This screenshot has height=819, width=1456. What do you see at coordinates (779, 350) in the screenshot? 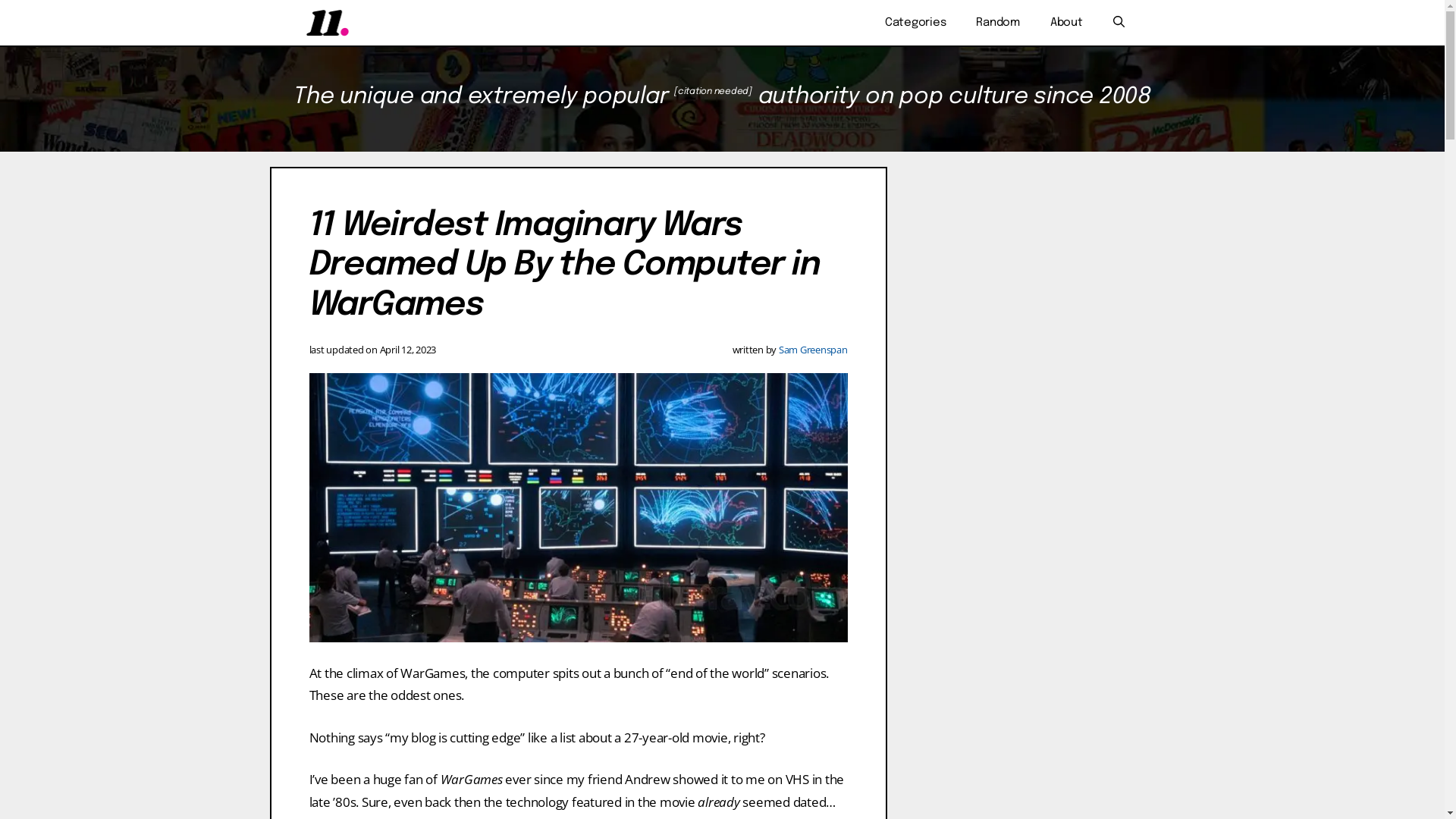
I see `'Sam Greenspan'` at bounding box center [779, 350].